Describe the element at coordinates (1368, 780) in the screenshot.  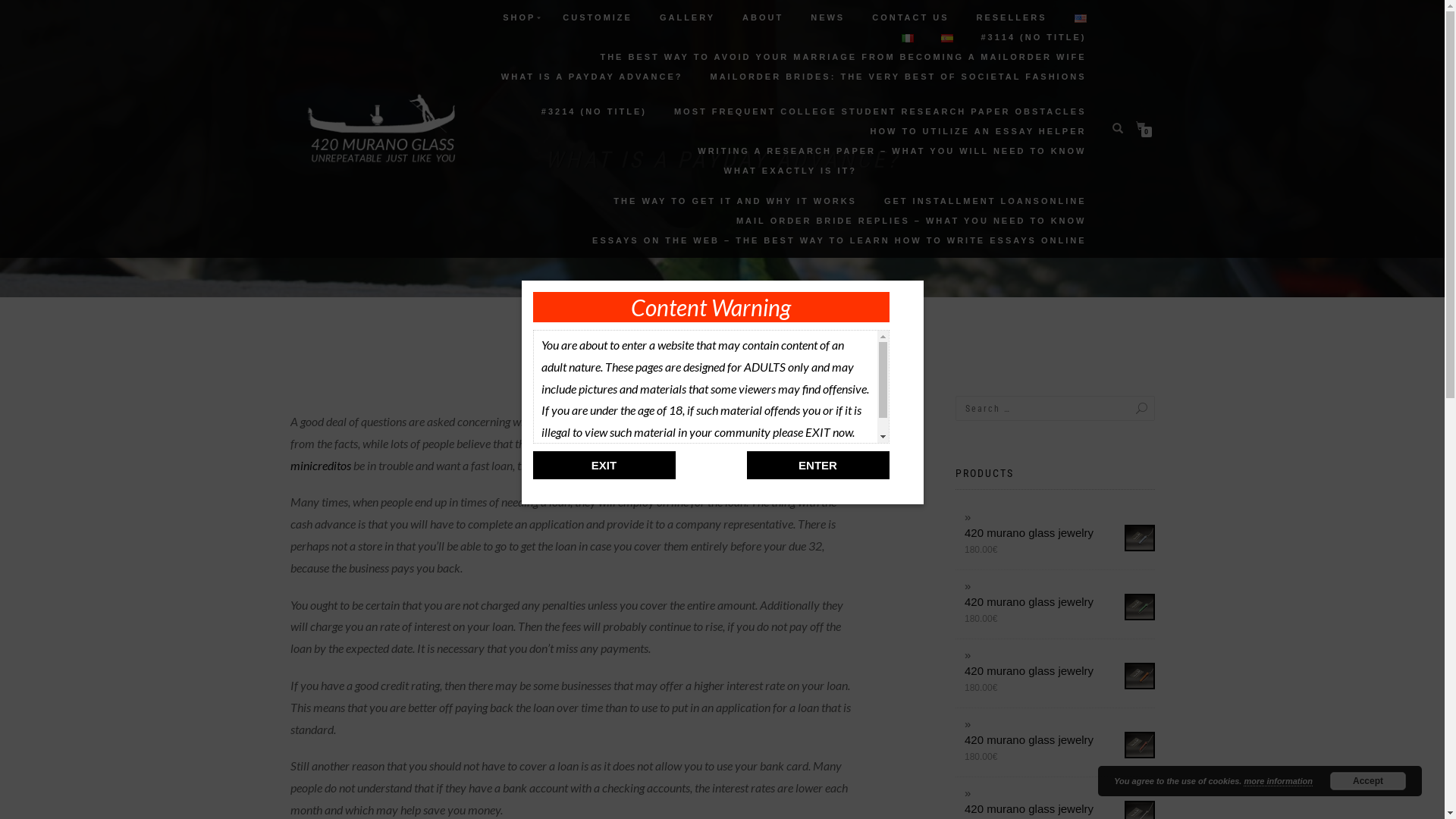
I see `'Accept'` at that location.